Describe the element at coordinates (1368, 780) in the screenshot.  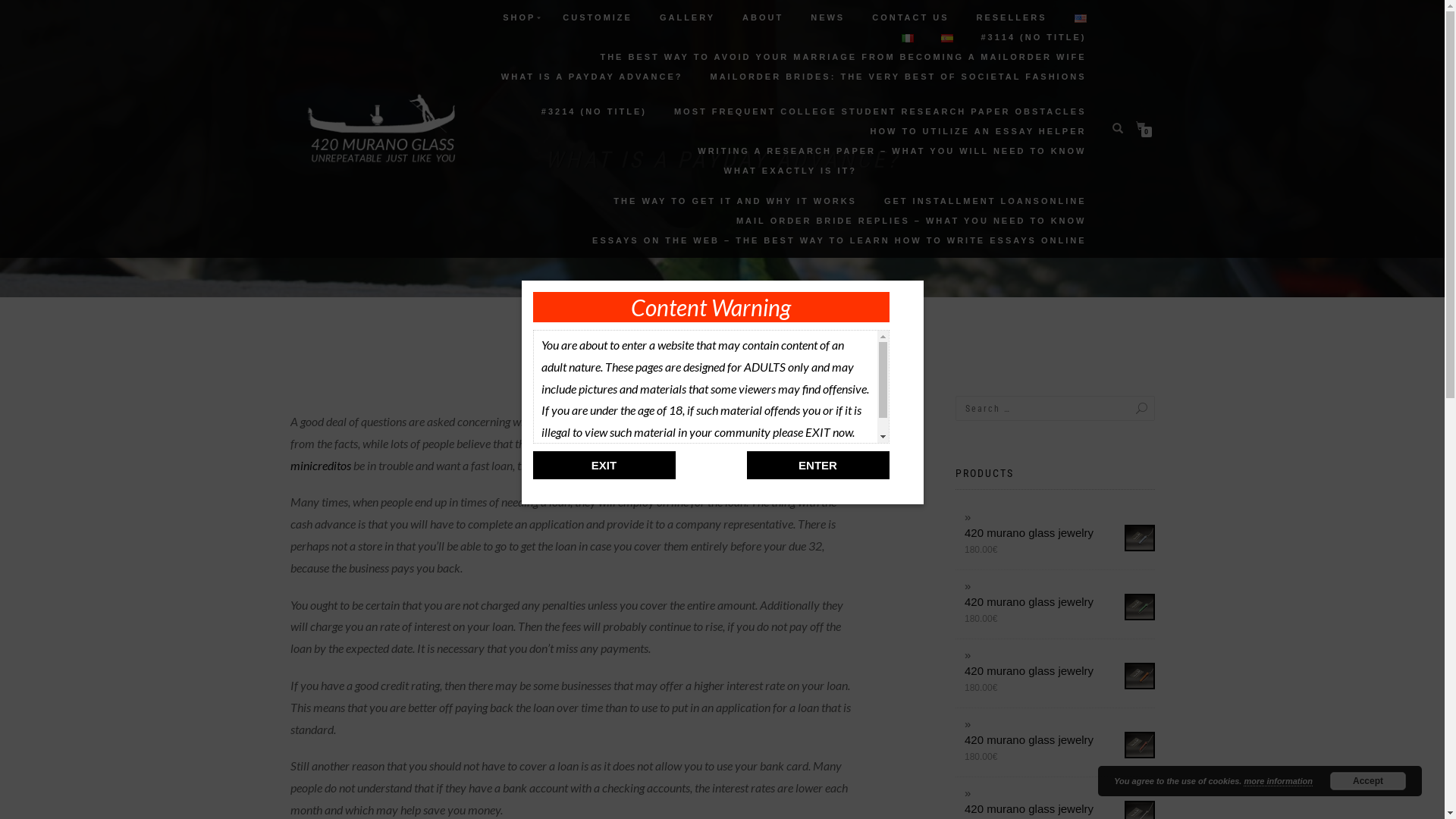
I see `'Accept'` at that location.